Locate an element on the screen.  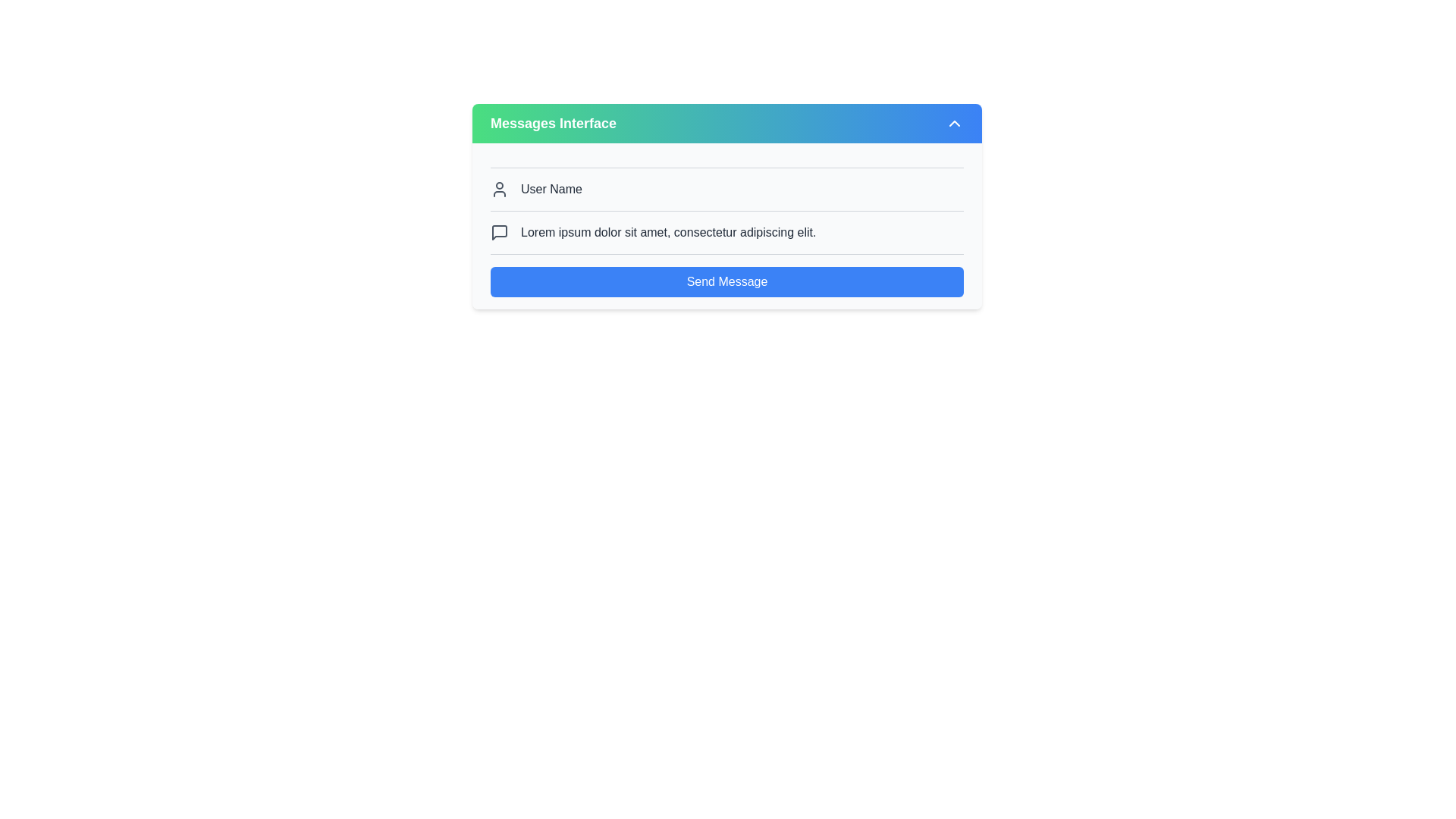
the message/comment icon, which is the first icon in the row located under the user name field and above the blue 'Send Message' button is located at coordinates (499, 233).